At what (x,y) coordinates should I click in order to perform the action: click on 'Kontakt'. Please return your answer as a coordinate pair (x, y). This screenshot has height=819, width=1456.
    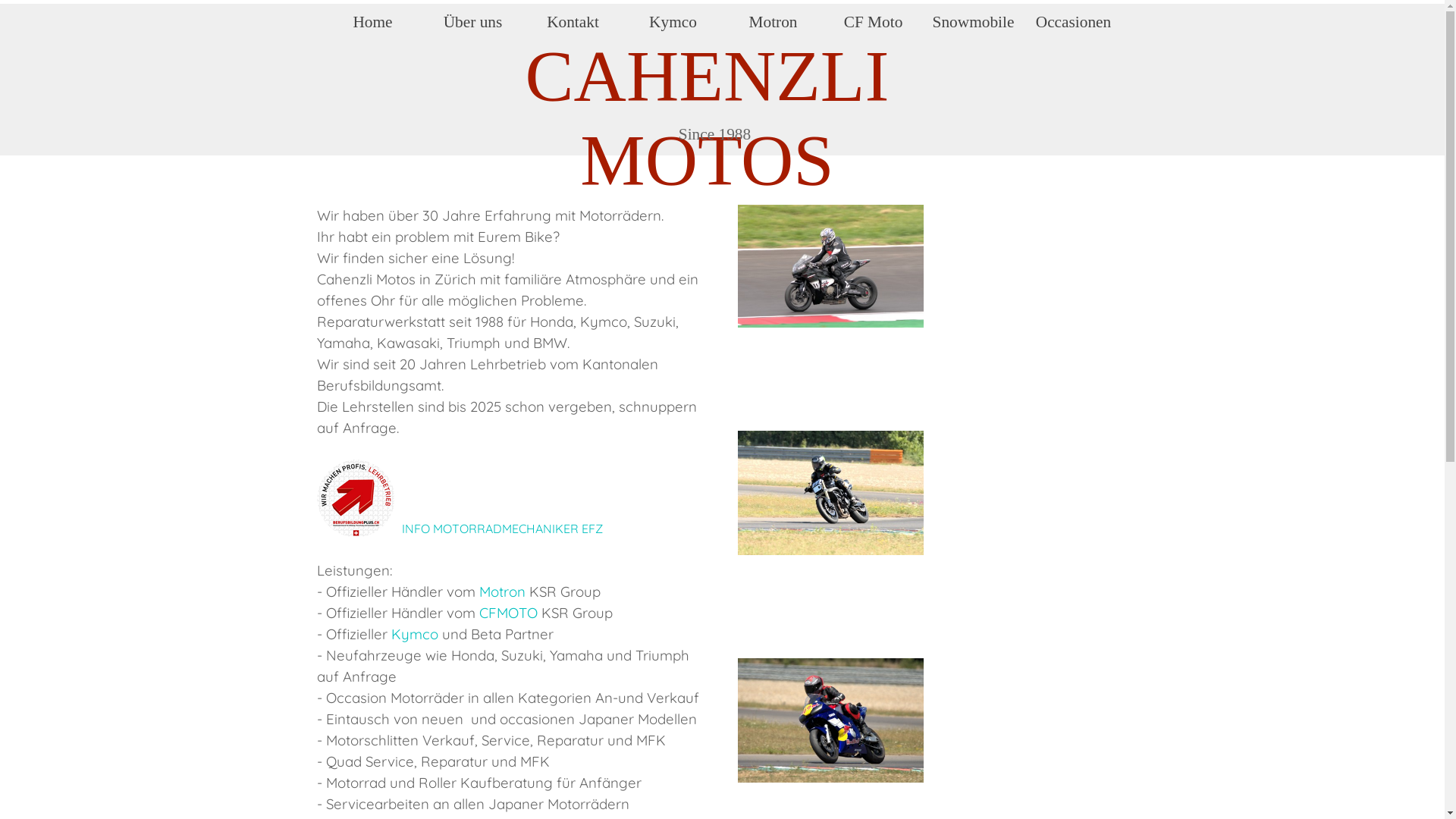
    Looking at the image, I should click on (528, 22).